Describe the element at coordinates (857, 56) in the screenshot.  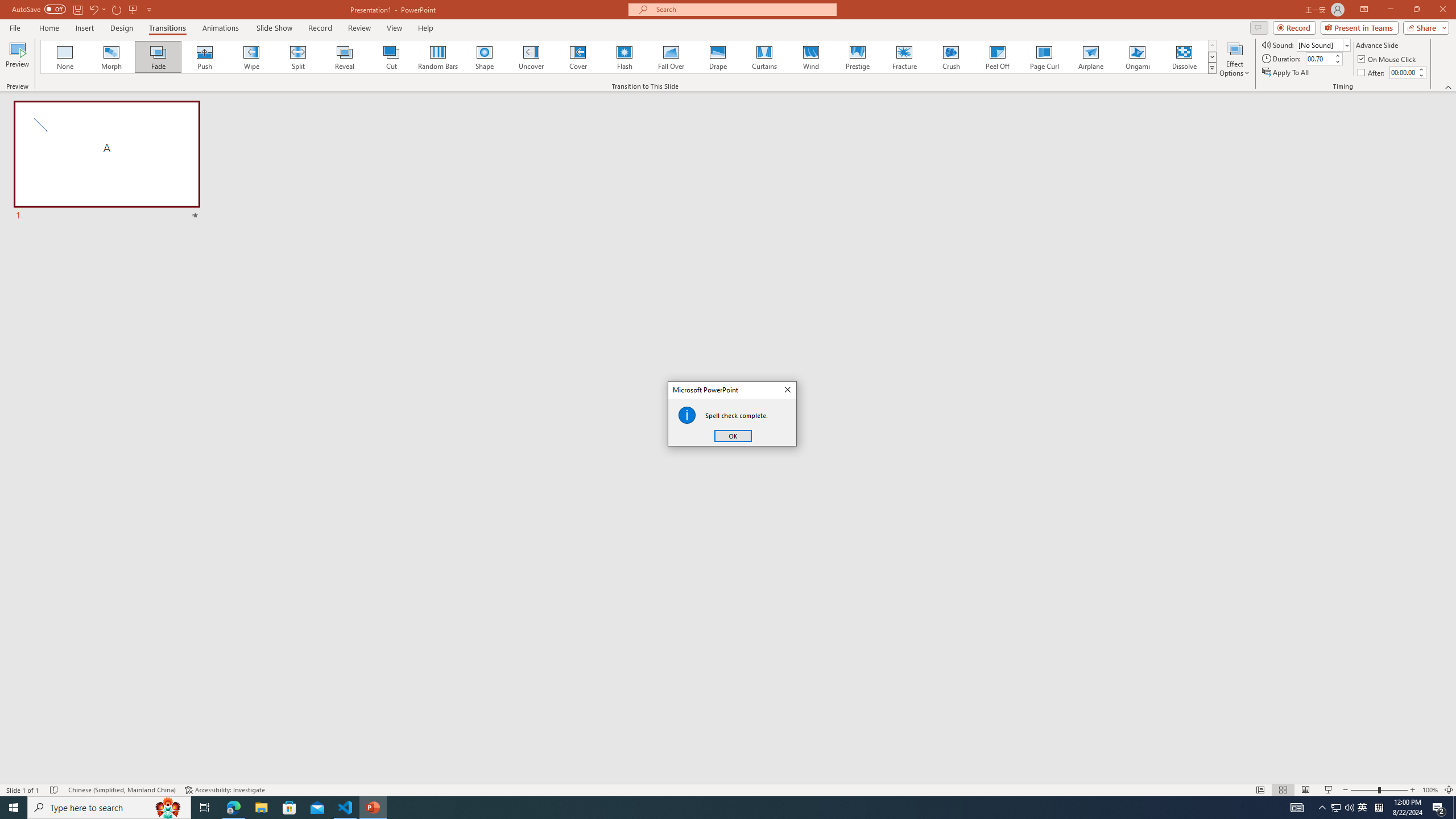
I see `'Prestige'` at that location.